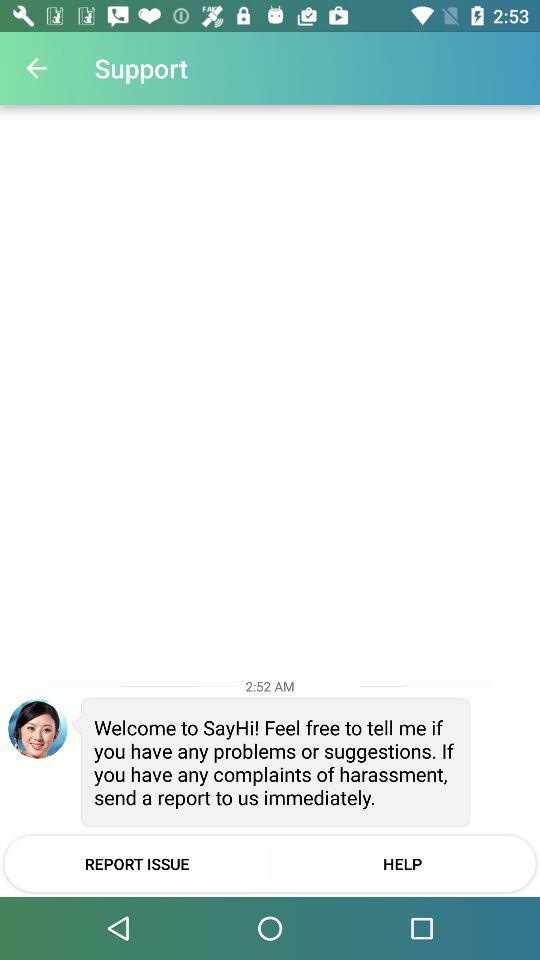  I want to click on the icon above the 2:52 am, so click(36, 68).